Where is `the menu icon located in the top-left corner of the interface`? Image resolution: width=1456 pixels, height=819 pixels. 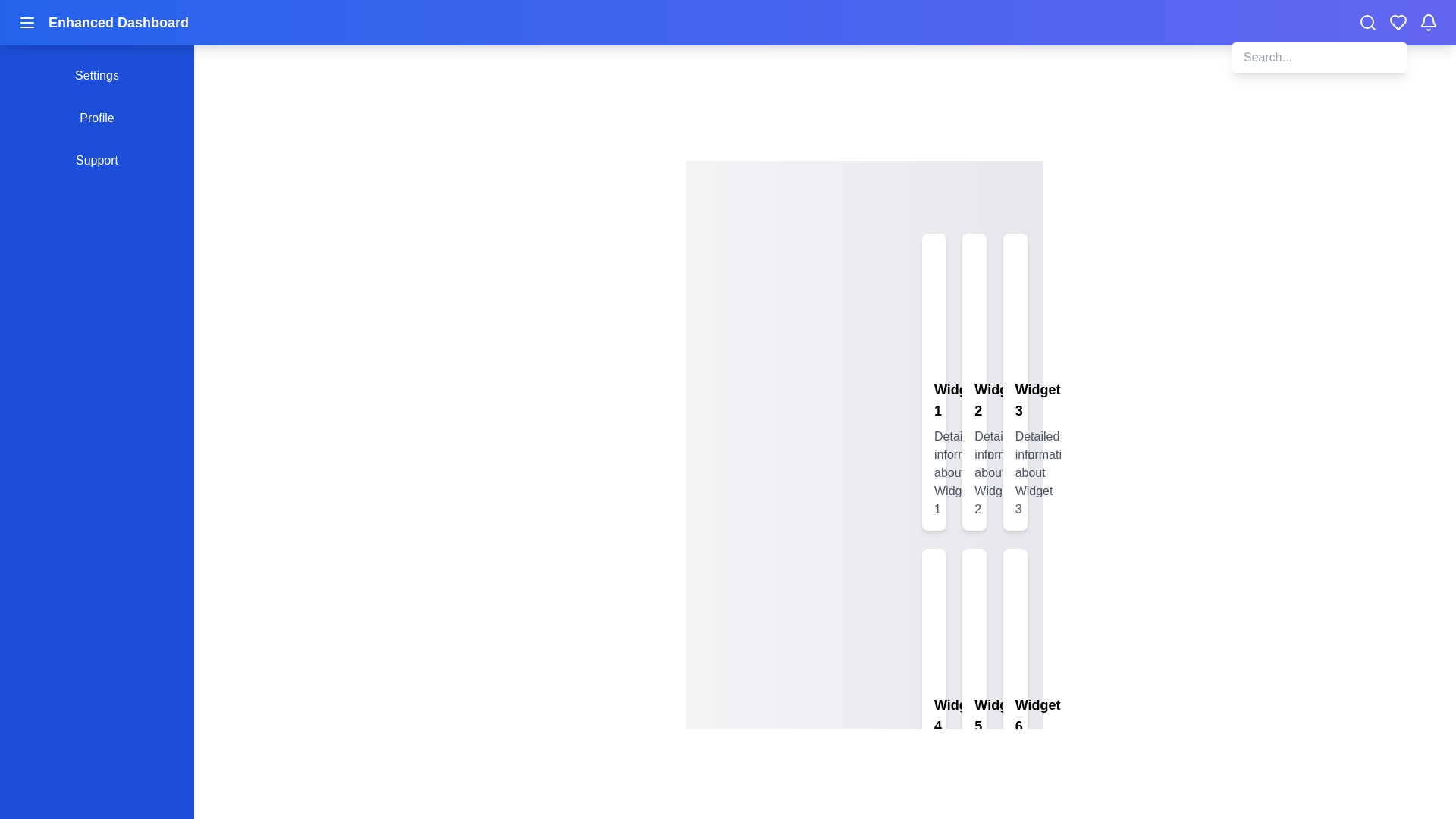
the menu icon located in the top-left corner of the interface is located at coordinates (27, 23).